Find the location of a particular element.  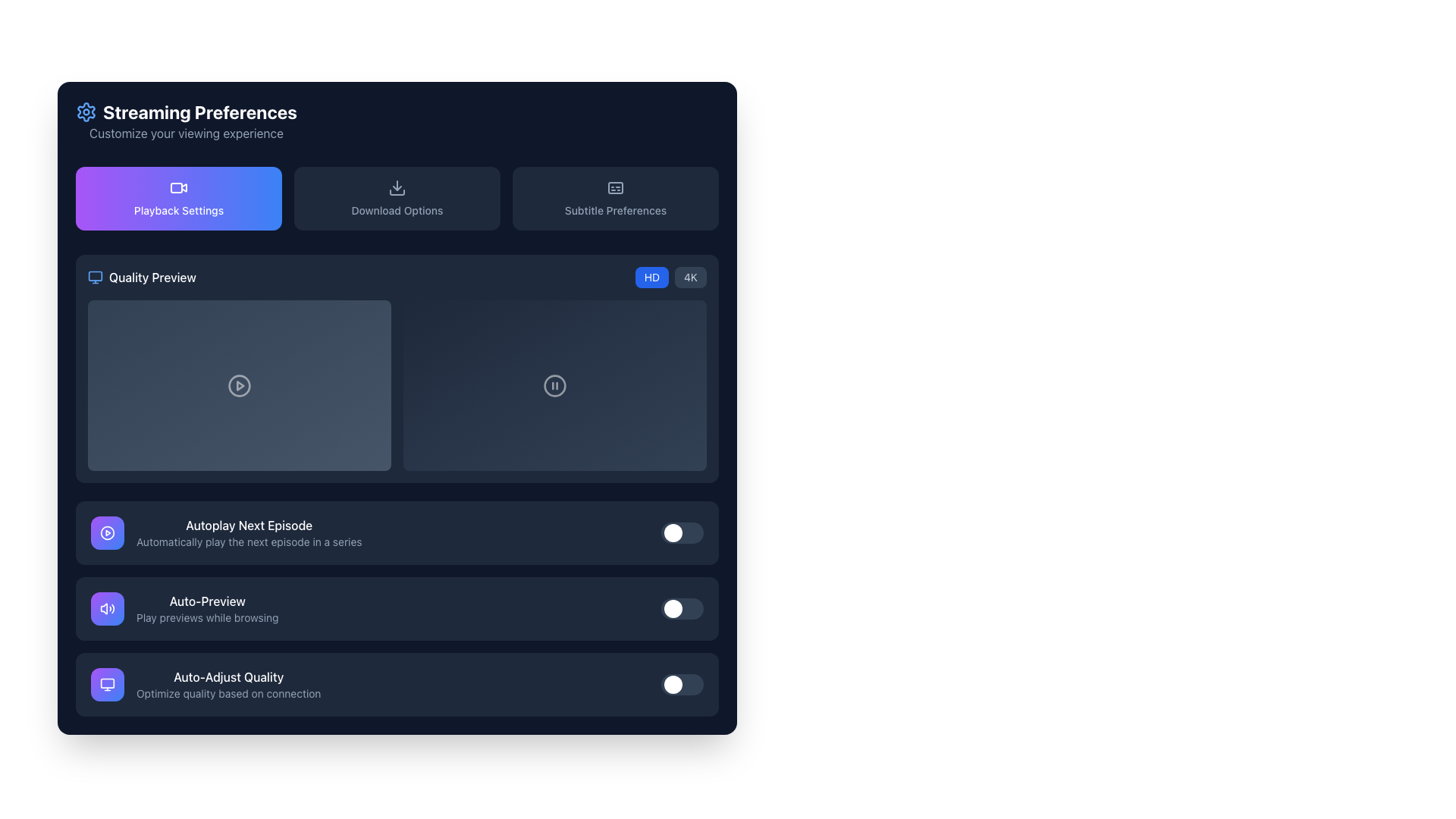

the autoplay next episode icon located at the start of the 'Autoplay Next Episode' row in the 'Playback Settings' section is located at coordinates (107, 532).